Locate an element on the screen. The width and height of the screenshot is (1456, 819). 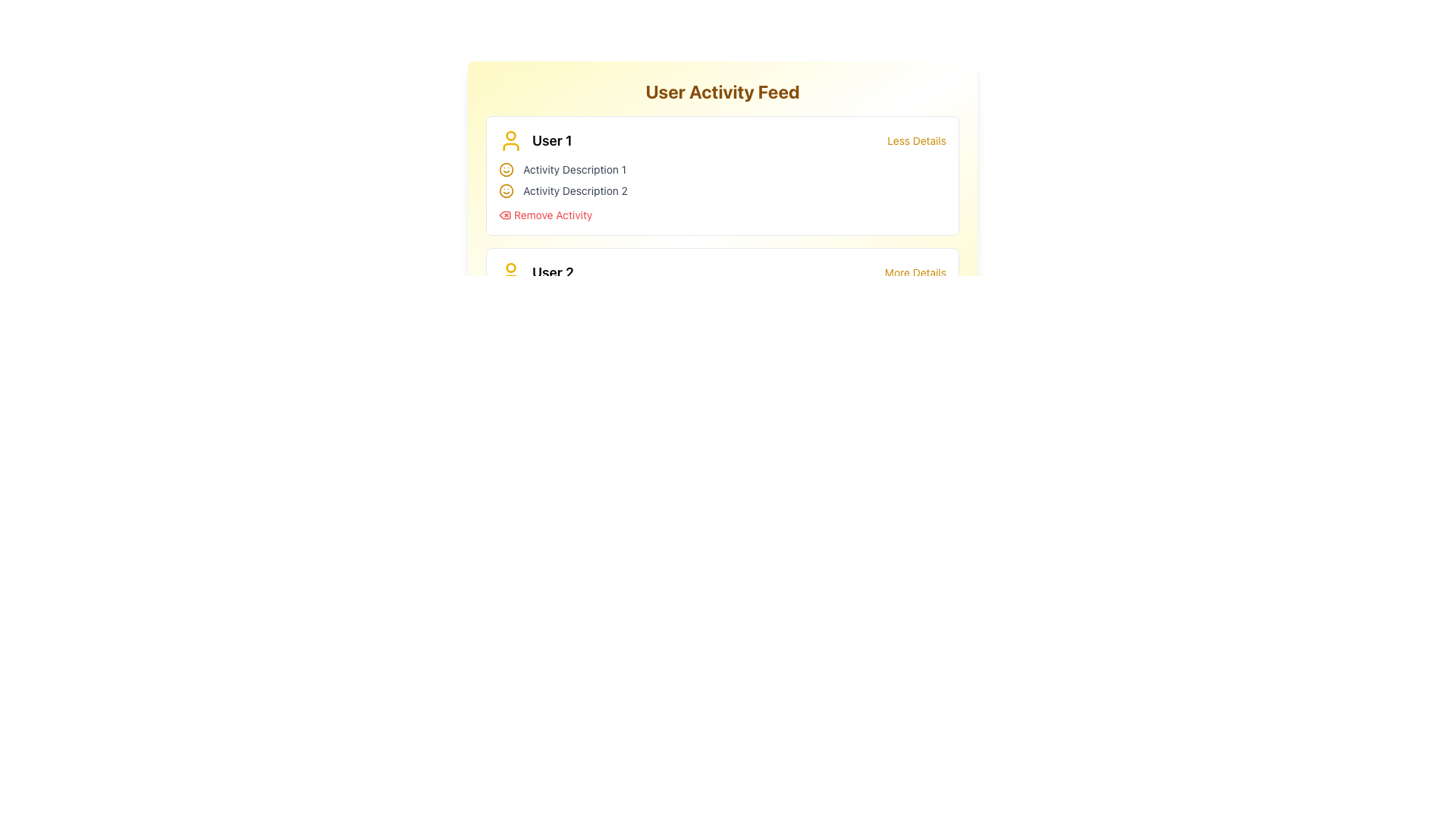
the small, square-shaped red trash can icon located to the left of the 'Remove Activity' text, part of the clickable link group under 'User 1' is located at coordinates (505, 215).